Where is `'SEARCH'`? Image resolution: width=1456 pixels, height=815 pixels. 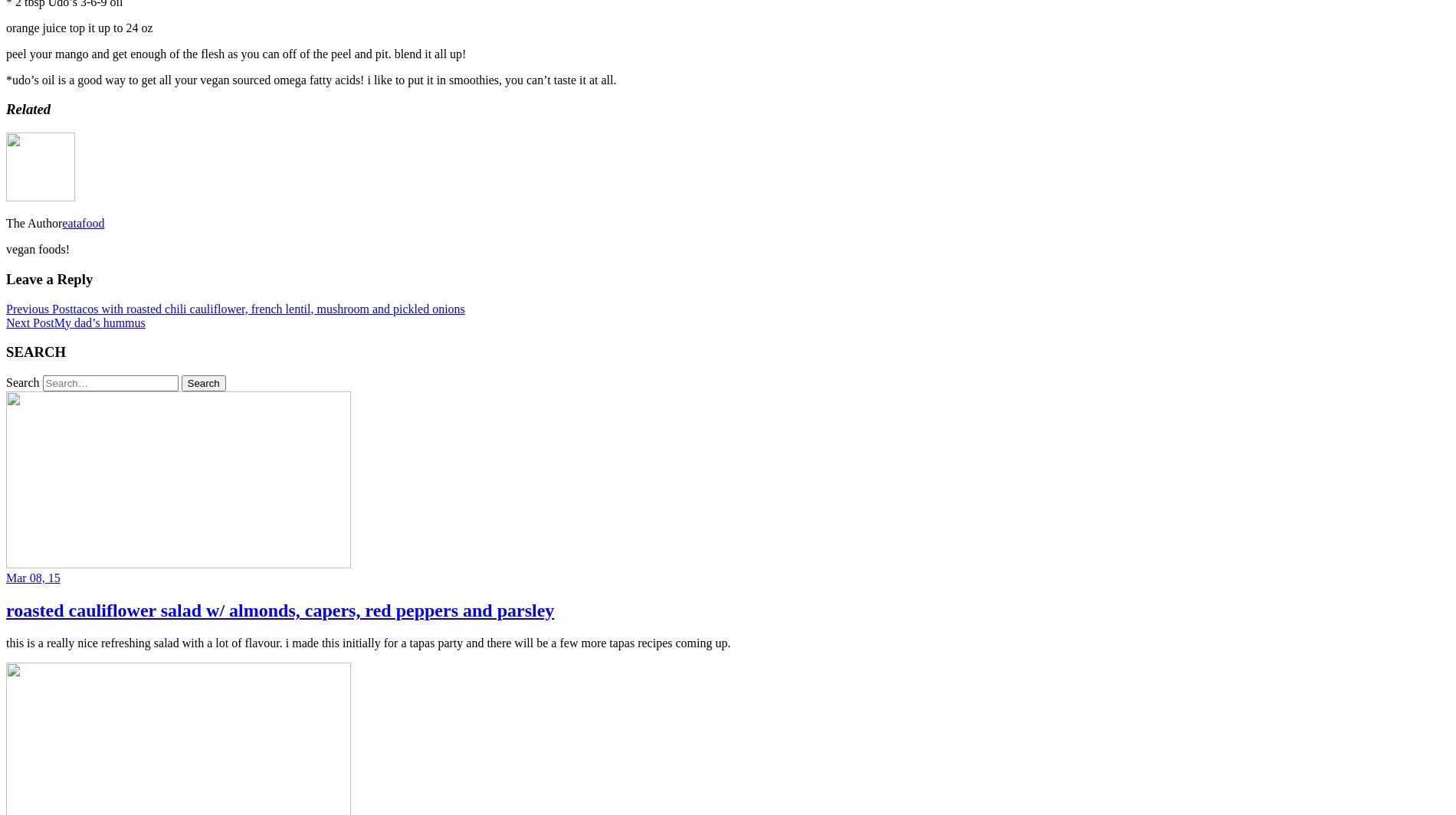 'SEARCH' is located at coordinates (35, 352).